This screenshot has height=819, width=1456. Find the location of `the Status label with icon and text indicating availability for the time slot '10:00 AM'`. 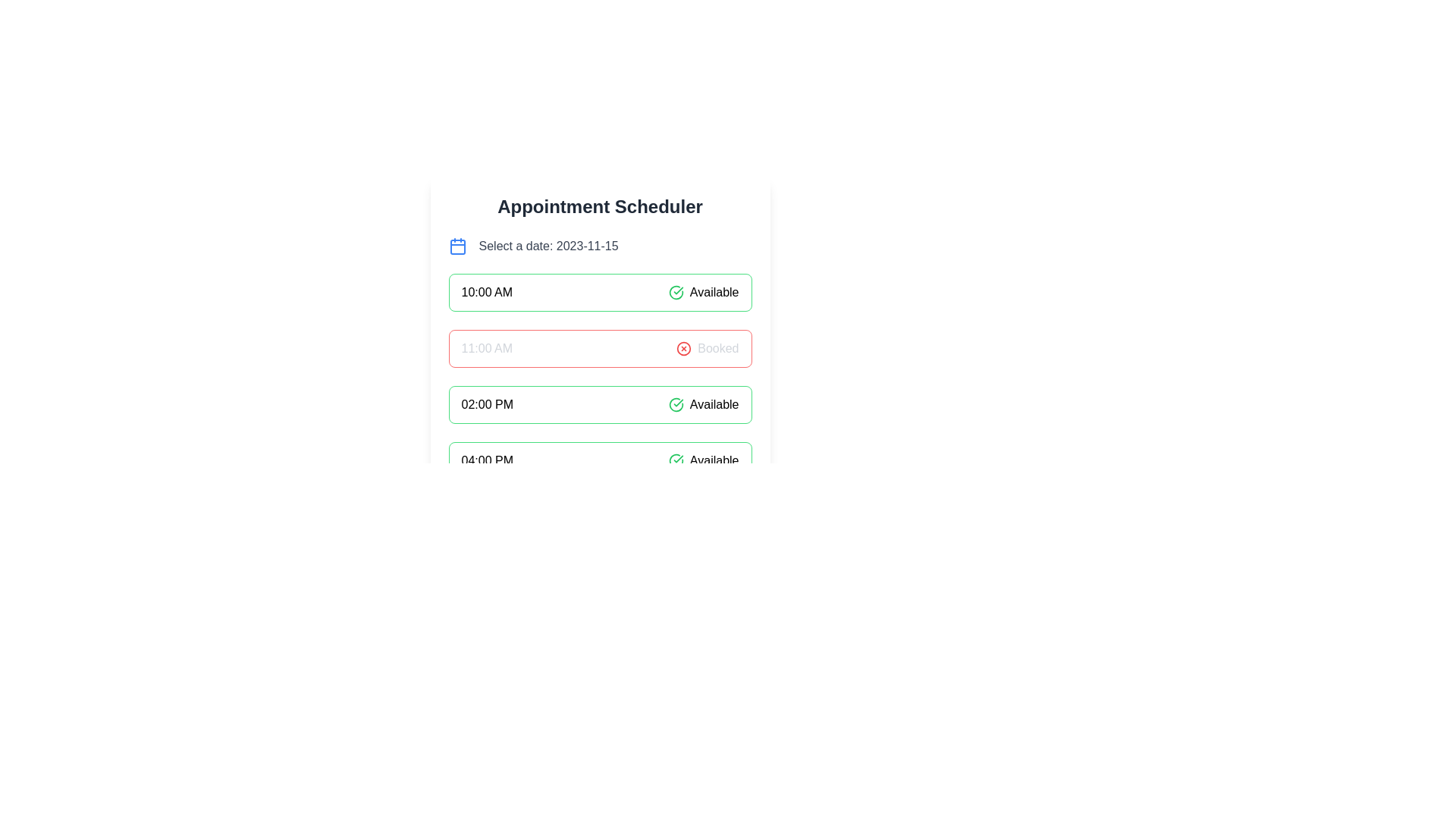

the Status label with icon and text indicating availability for the time slot '10:00 AM' is located at coordinates (703, 292).